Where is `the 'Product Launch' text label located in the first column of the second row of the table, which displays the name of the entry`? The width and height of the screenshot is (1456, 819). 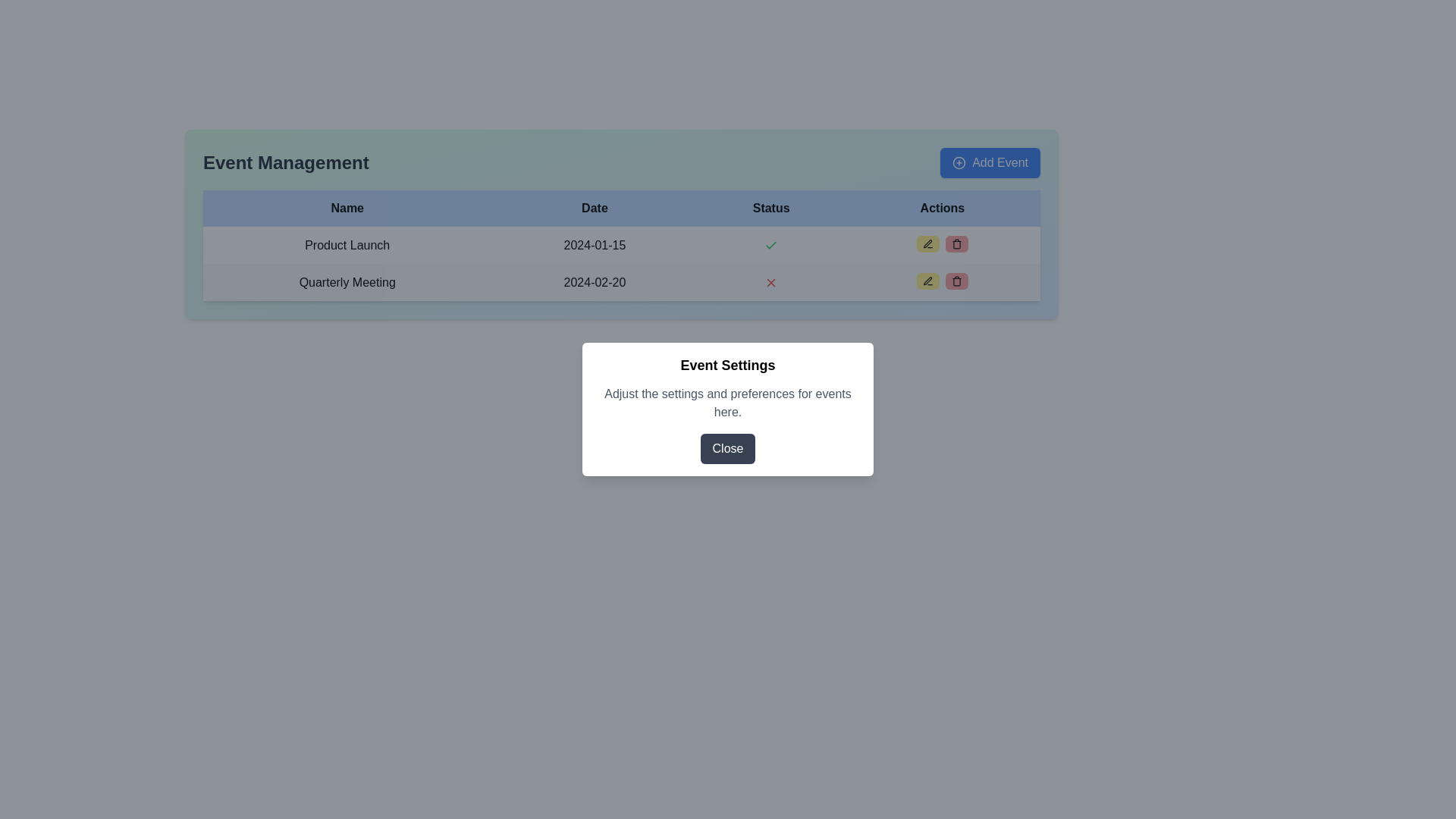 the 'Product Launch' text label located in the first column of the second row of the table, which displays the name of the entry is located at coordinates (347, 244).